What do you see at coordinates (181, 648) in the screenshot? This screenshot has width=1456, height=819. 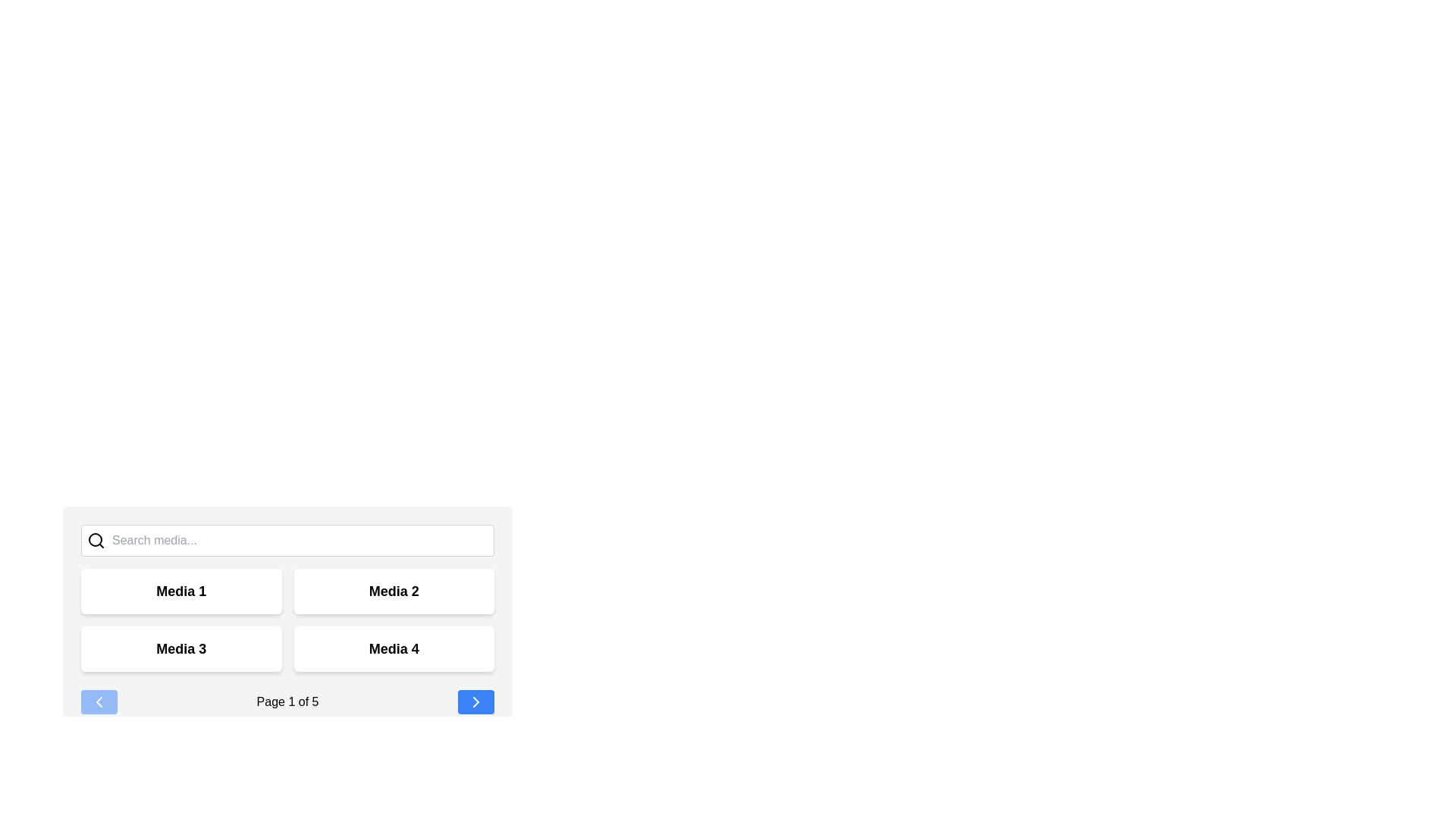 I see `the bold text label displaying 'Media 3' that is located within a white rectangular card with rounded corners and shadow effect, positioned in the bottom-left quadrant of a 2x2 grid of cards` at bounding box center [181, 648].